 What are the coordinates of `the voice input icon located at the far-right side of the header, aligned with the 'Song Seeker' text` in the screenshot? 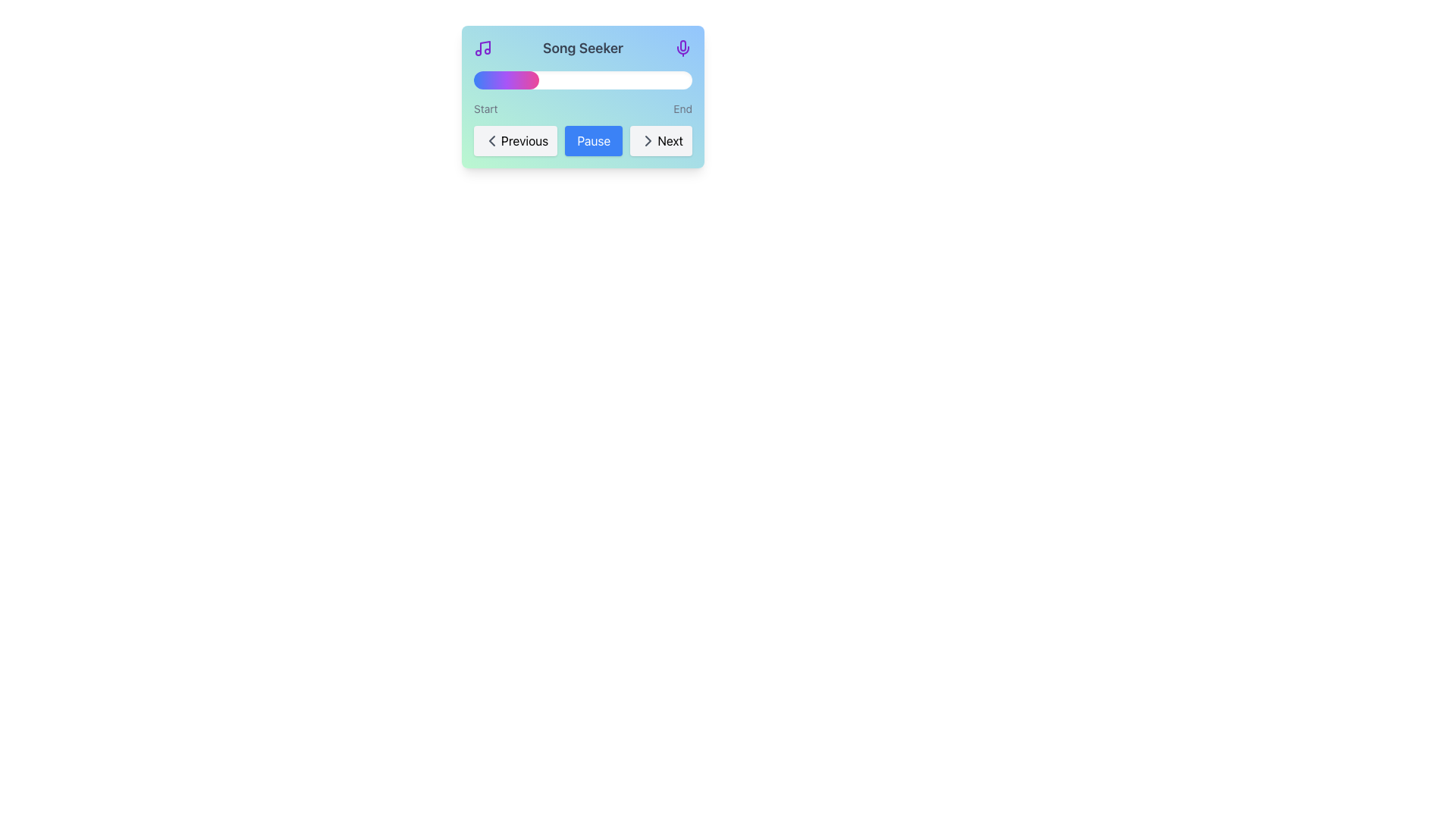 It's located at (682, 48).